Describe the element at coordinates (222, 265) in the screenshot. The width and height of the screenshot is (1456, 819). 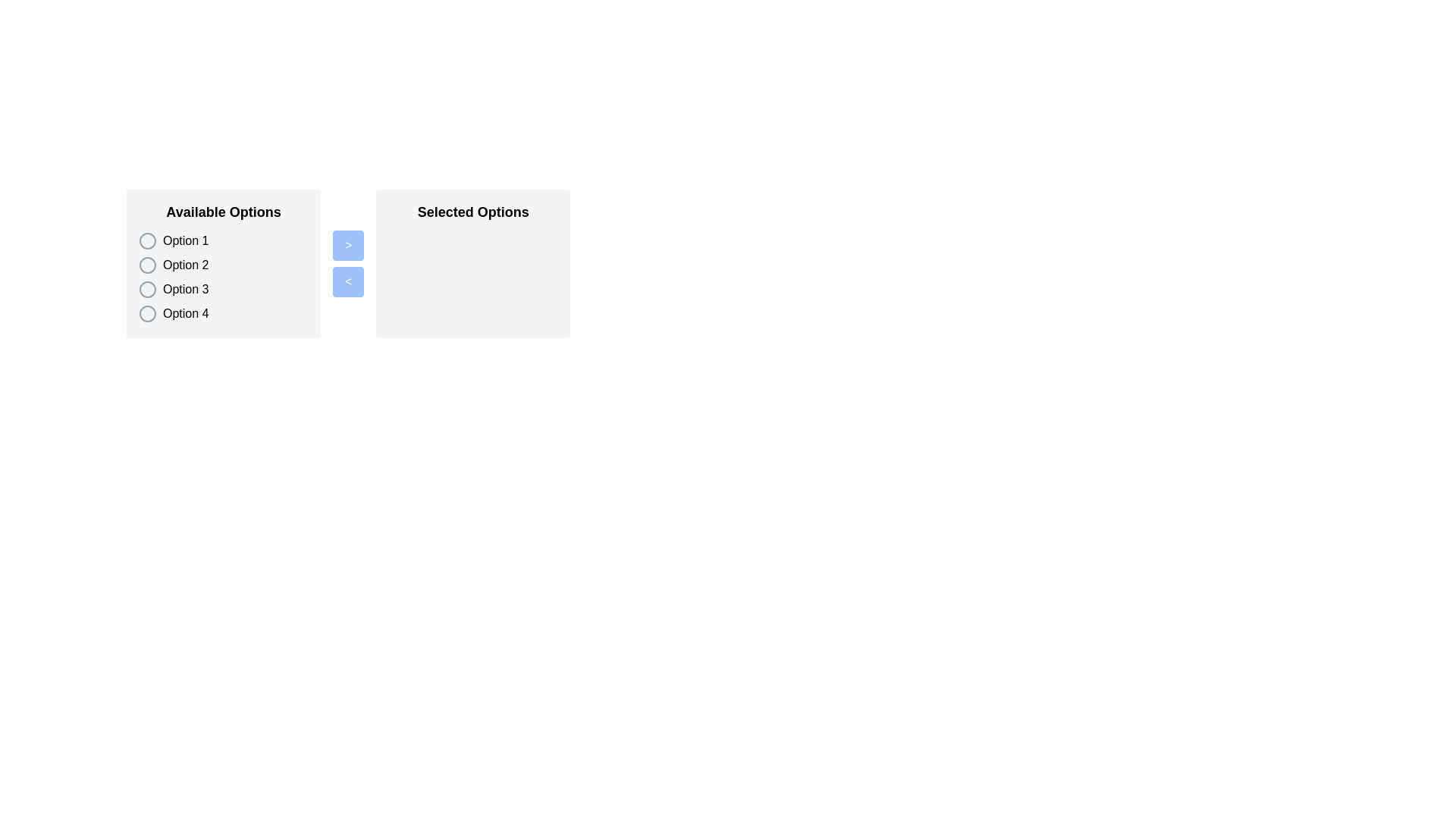
I see `the radio button labeled 'Option 2' in the list of available options` at that location.